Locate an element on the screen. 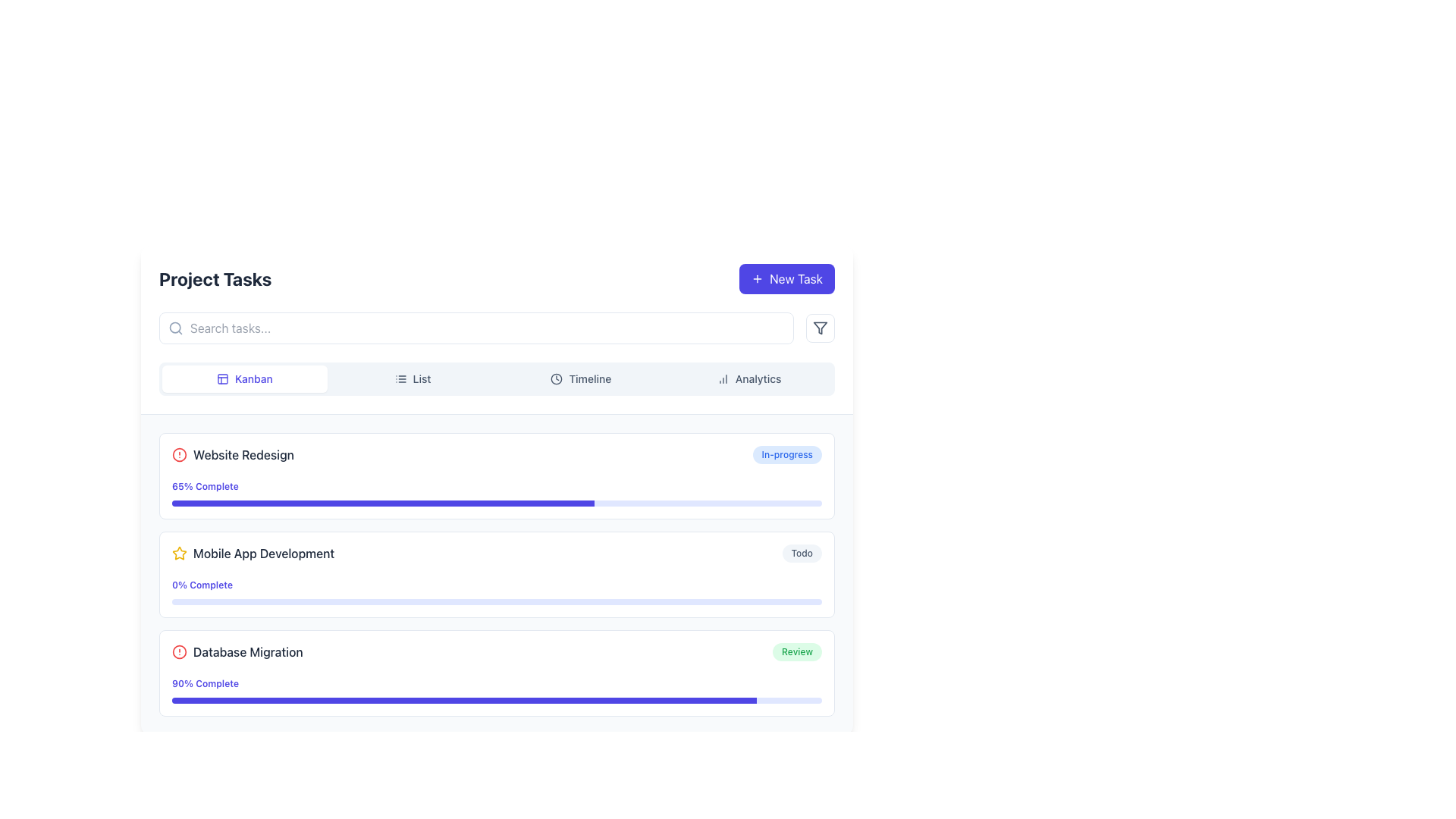 This screenshot has width=1456, height=819. the star icon located on the left side of the 'Mobile App Development' task entry to interact with it is located at coordinates (179, 553).